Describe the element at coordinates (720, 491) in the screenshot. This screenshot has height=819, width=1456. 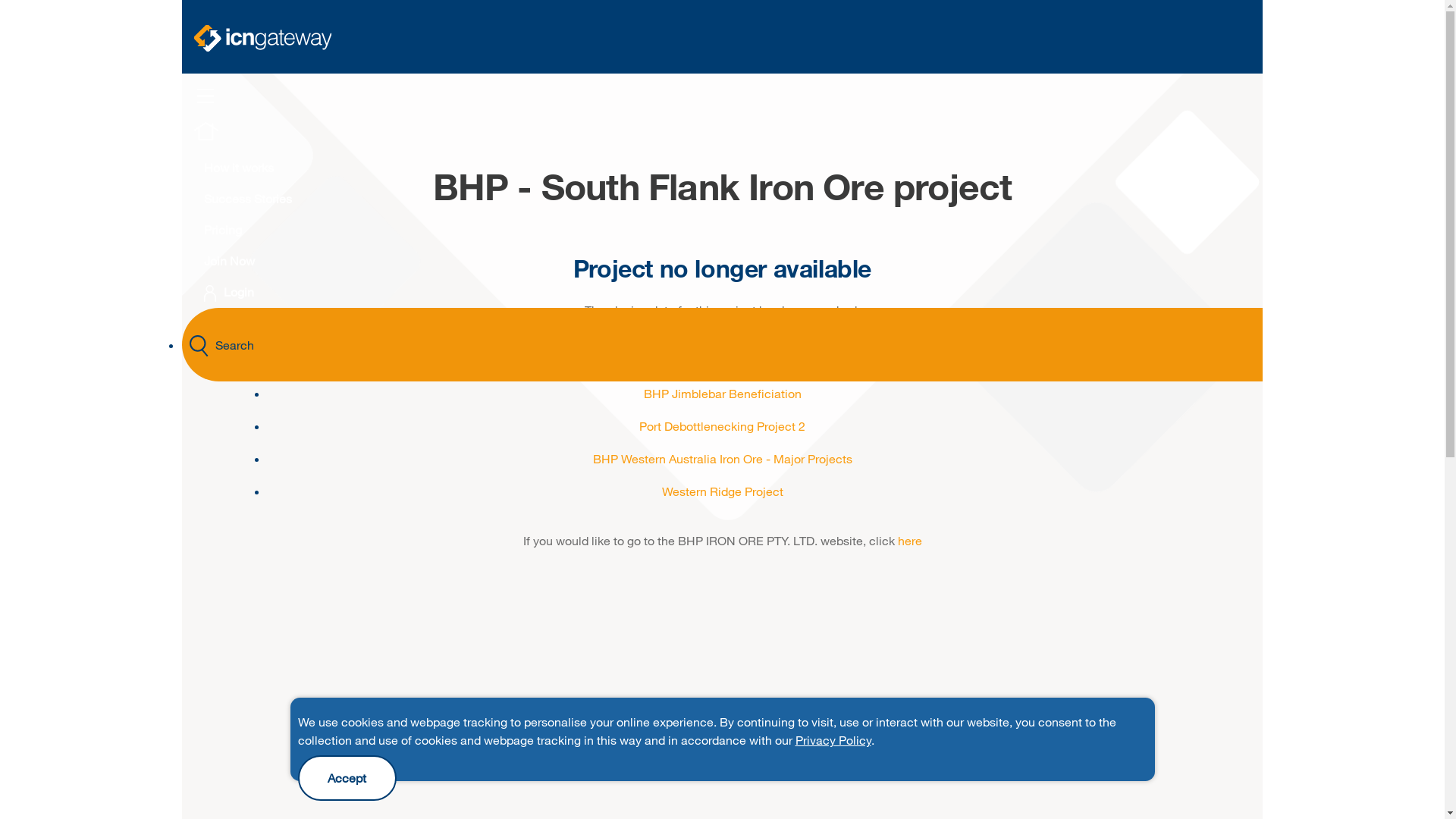
I see `'Western Ridge Project'` at that location.